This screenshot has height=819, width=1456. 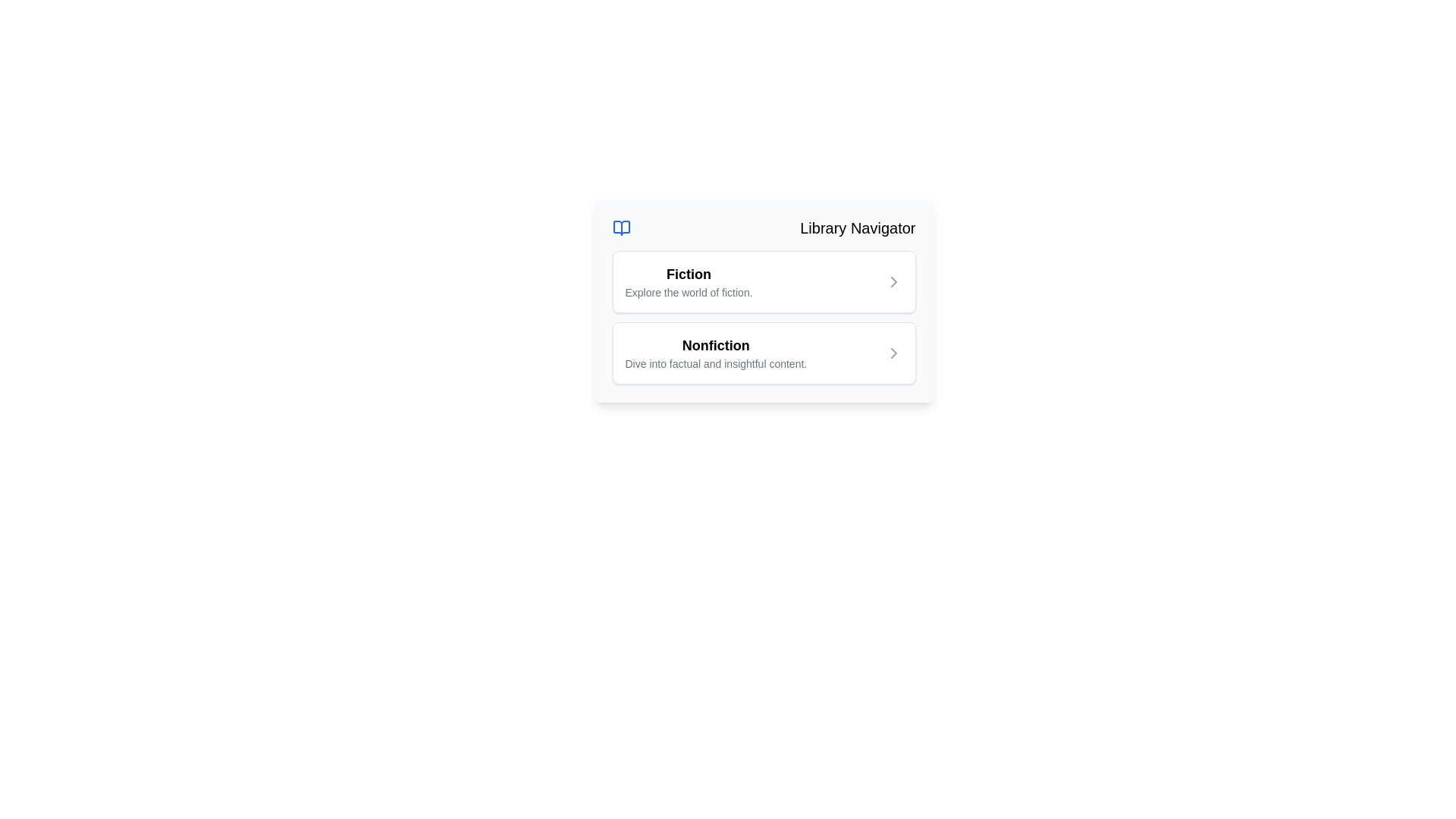 What do you see at coordinates (715, 345) in the screenshot?
I see `the text label that serves as a title for the section categorized as 'Nonfiction', positioned above the descriptive text and centrally aligned within its rectangular section` at bounding box center [715, 345].